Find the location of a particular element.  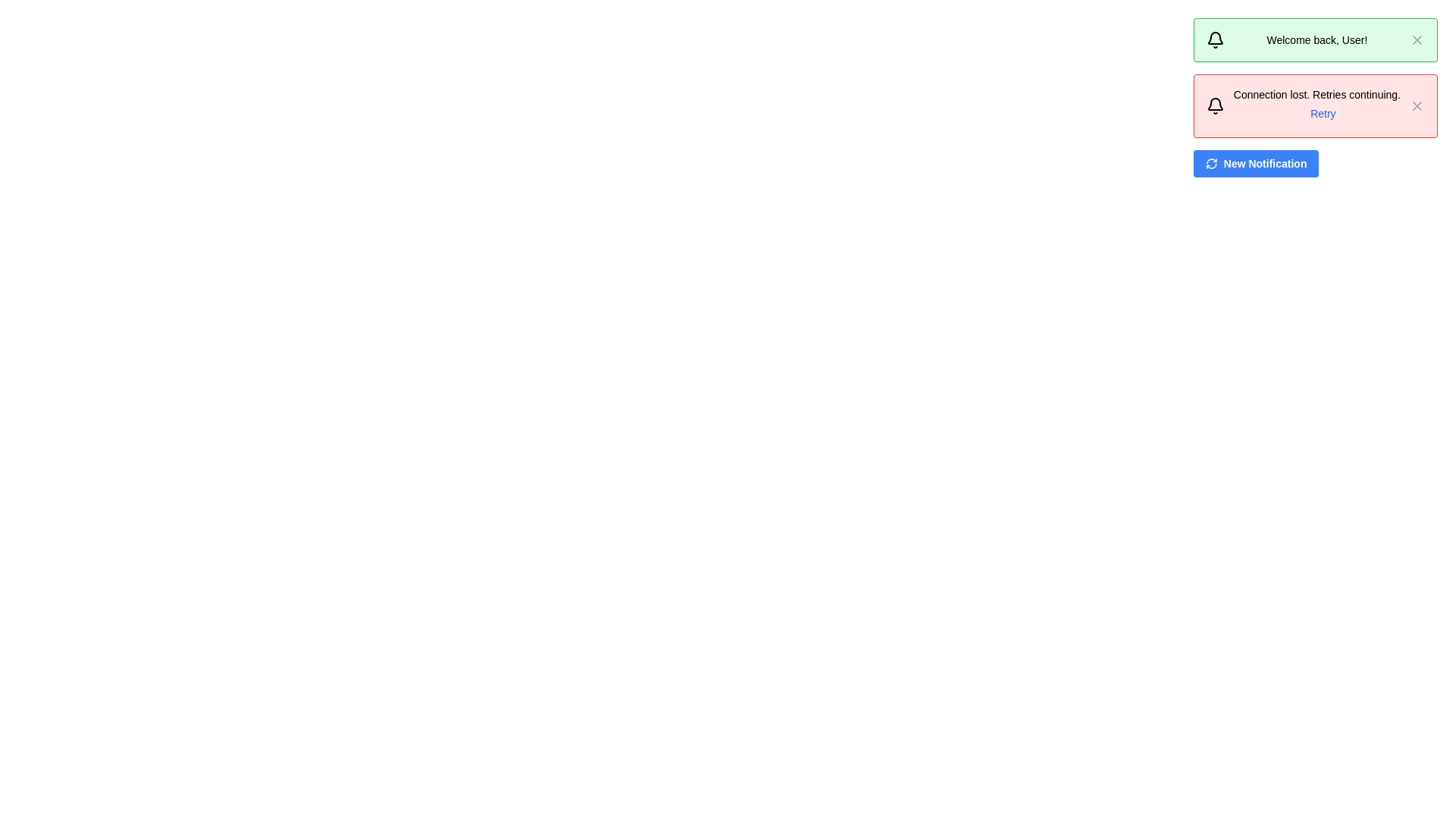

the bell icon located at the top-left corner of the green-bordered box that contains the text 'Welcome back, User!' is located at coordinates (1215, 39).